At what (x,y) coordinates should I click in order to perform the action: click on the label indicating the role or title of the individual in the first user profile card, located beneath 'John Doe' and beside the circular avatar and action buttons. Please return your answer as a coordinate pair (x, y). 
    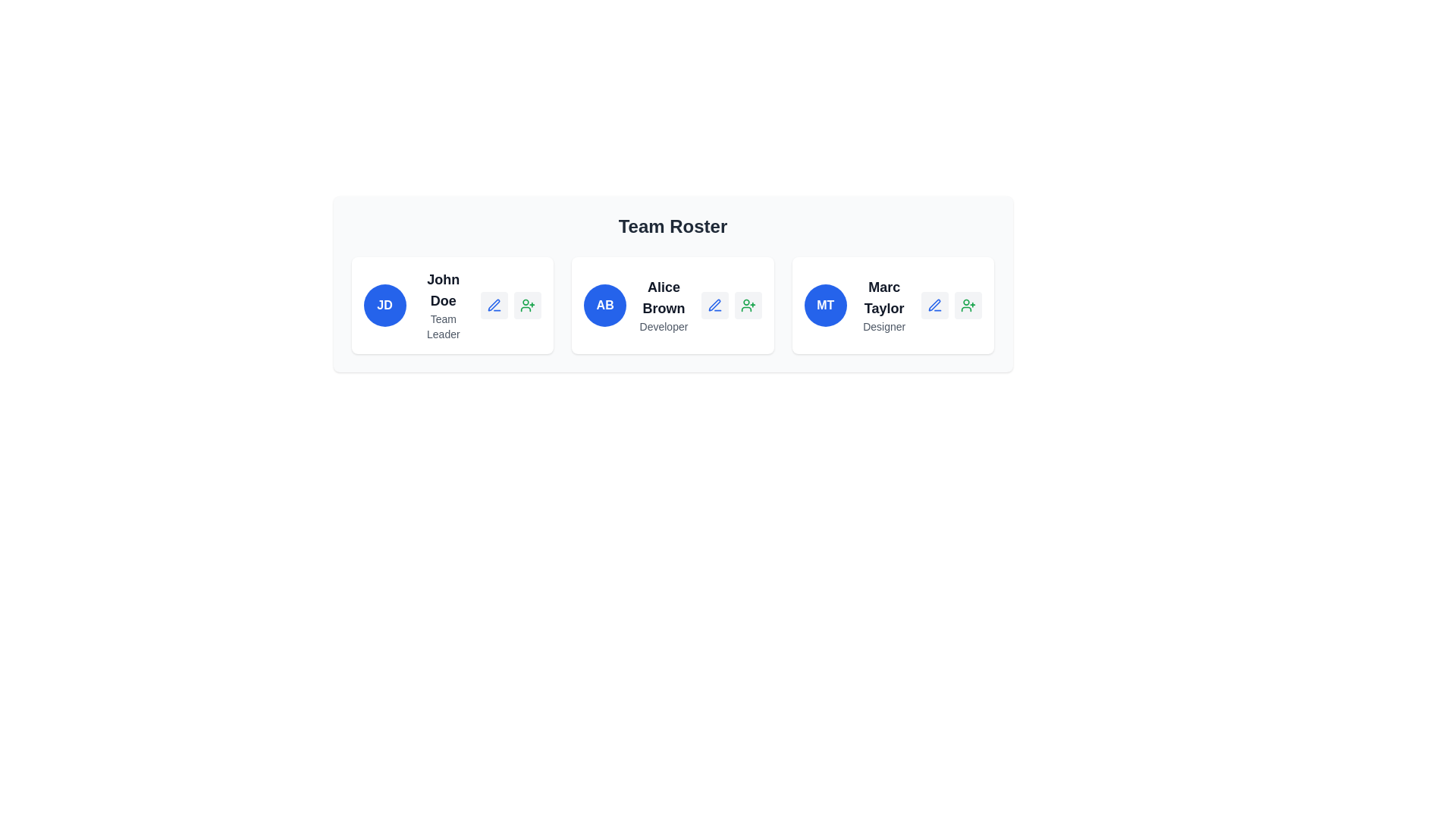
    Looking at the image, I should click on (442, 326).